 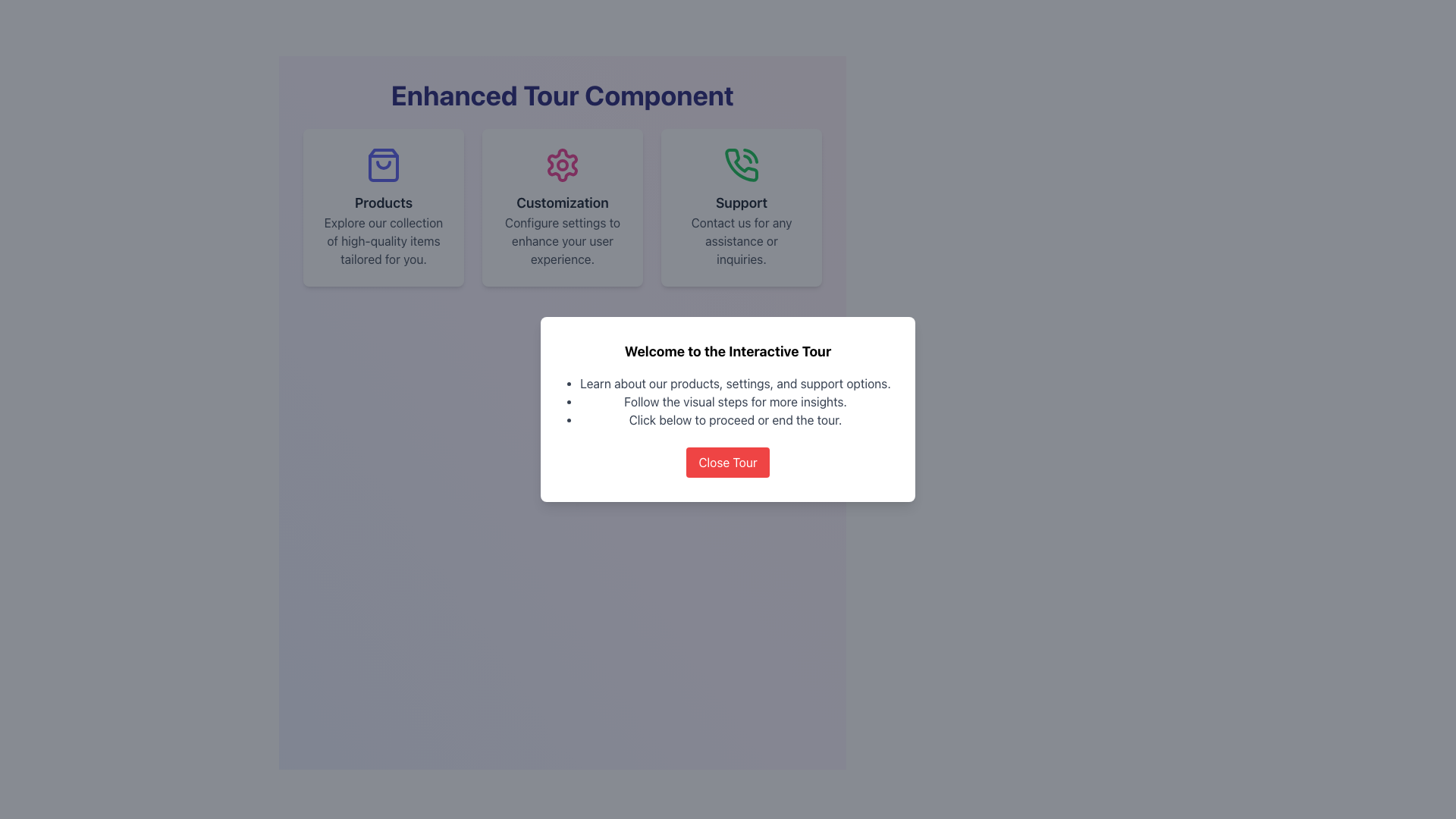 I want to click on the 'Products' Card component to focus or highlight it, which is the first in a group of three horizontally aligned cards, so click(x=383, y=207).